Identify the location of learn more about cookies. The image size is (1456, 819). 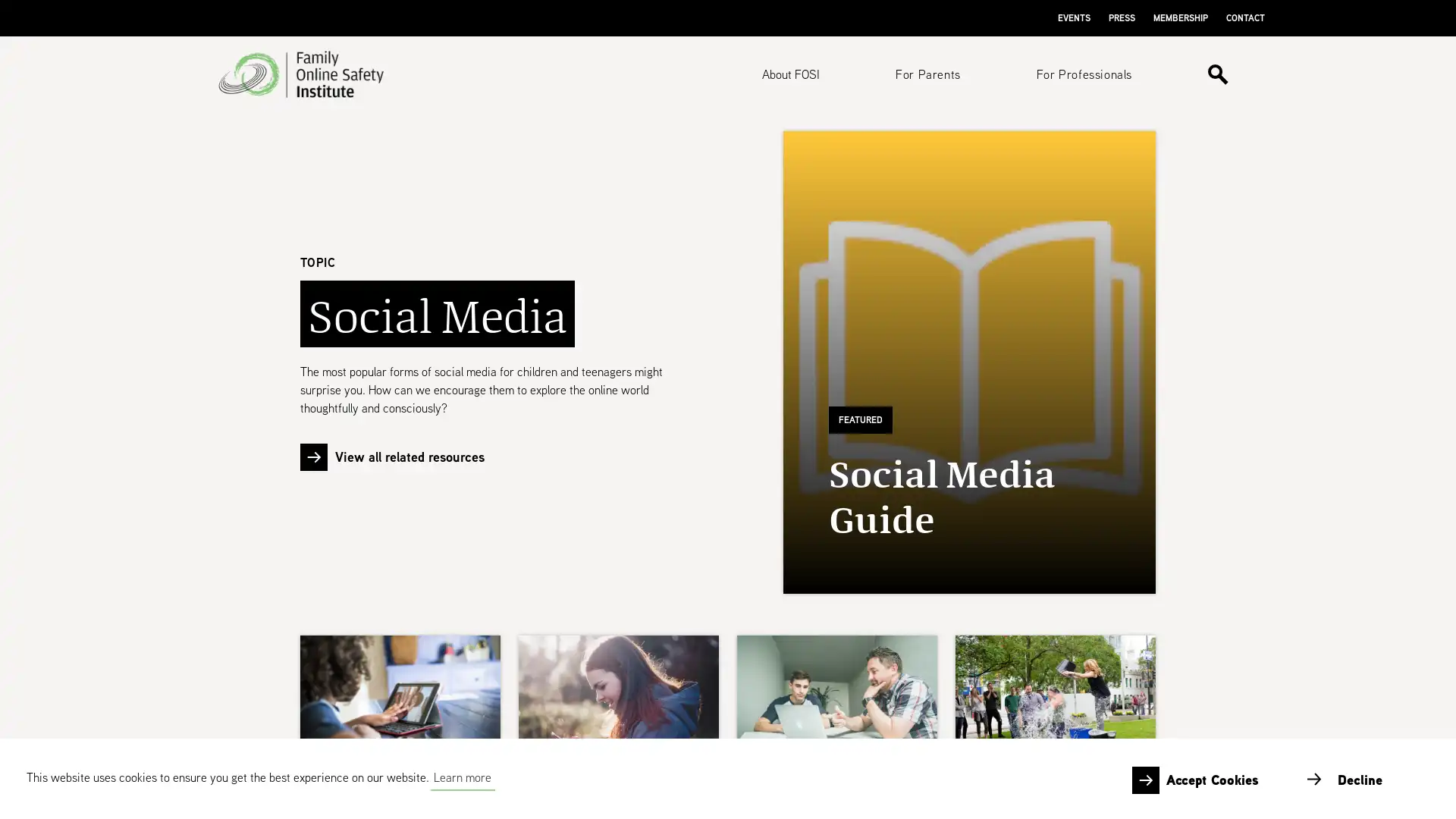
(462, 778).